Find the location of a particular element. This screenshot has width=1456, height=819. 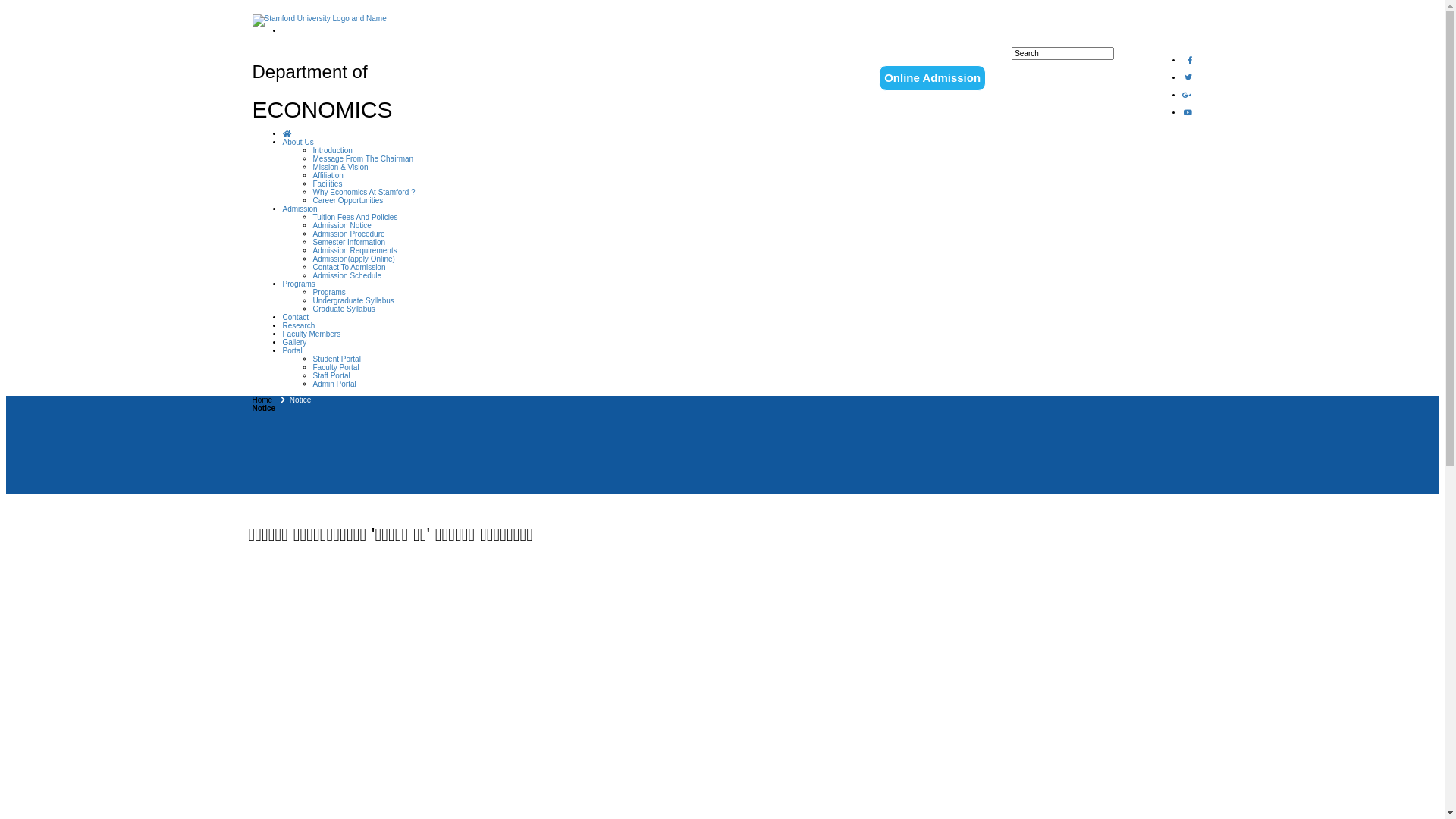

'Online Admission' is located at coordinates (931, 77).